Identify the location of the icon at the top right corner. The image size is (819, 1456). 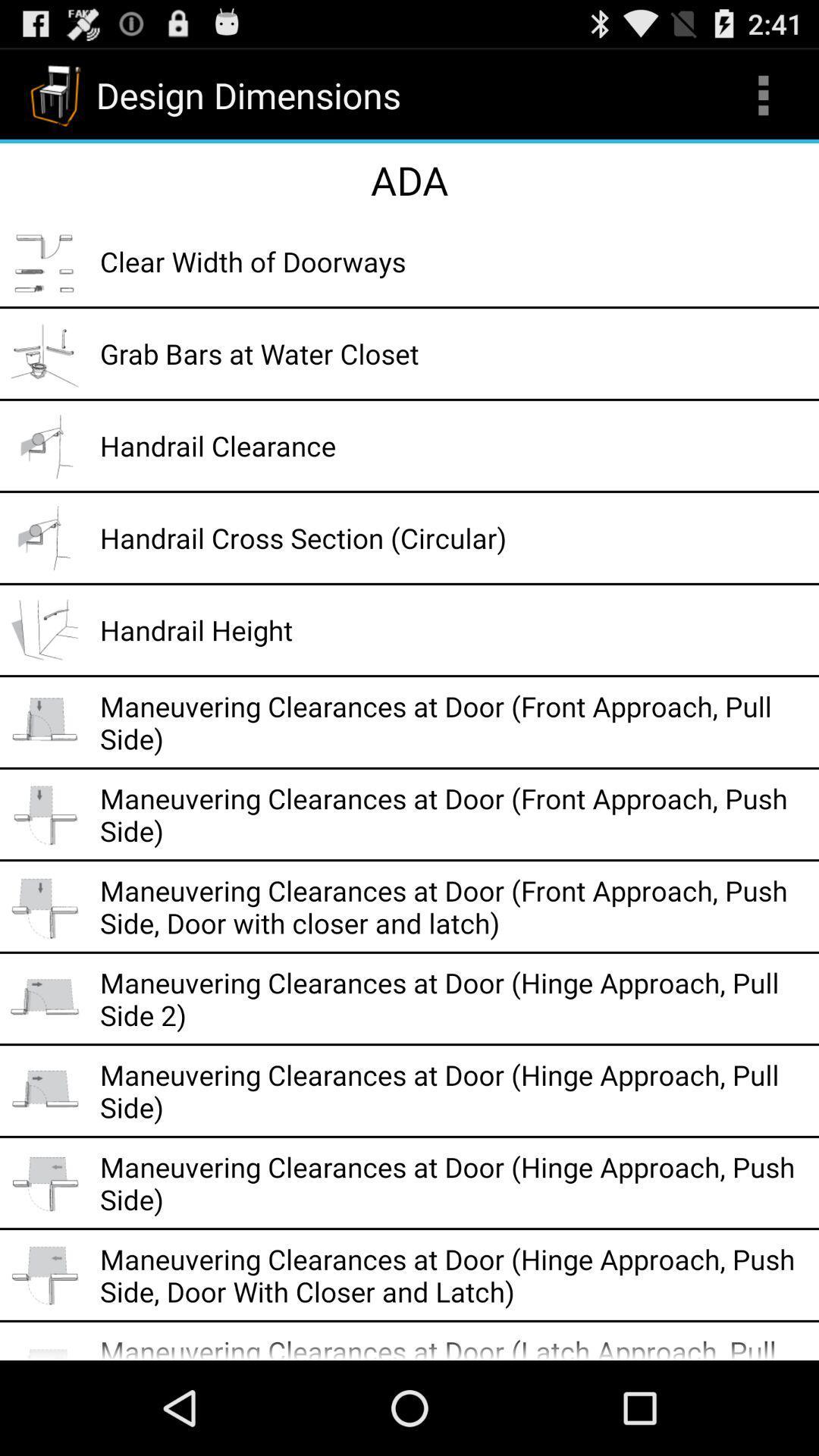
(763, 94).